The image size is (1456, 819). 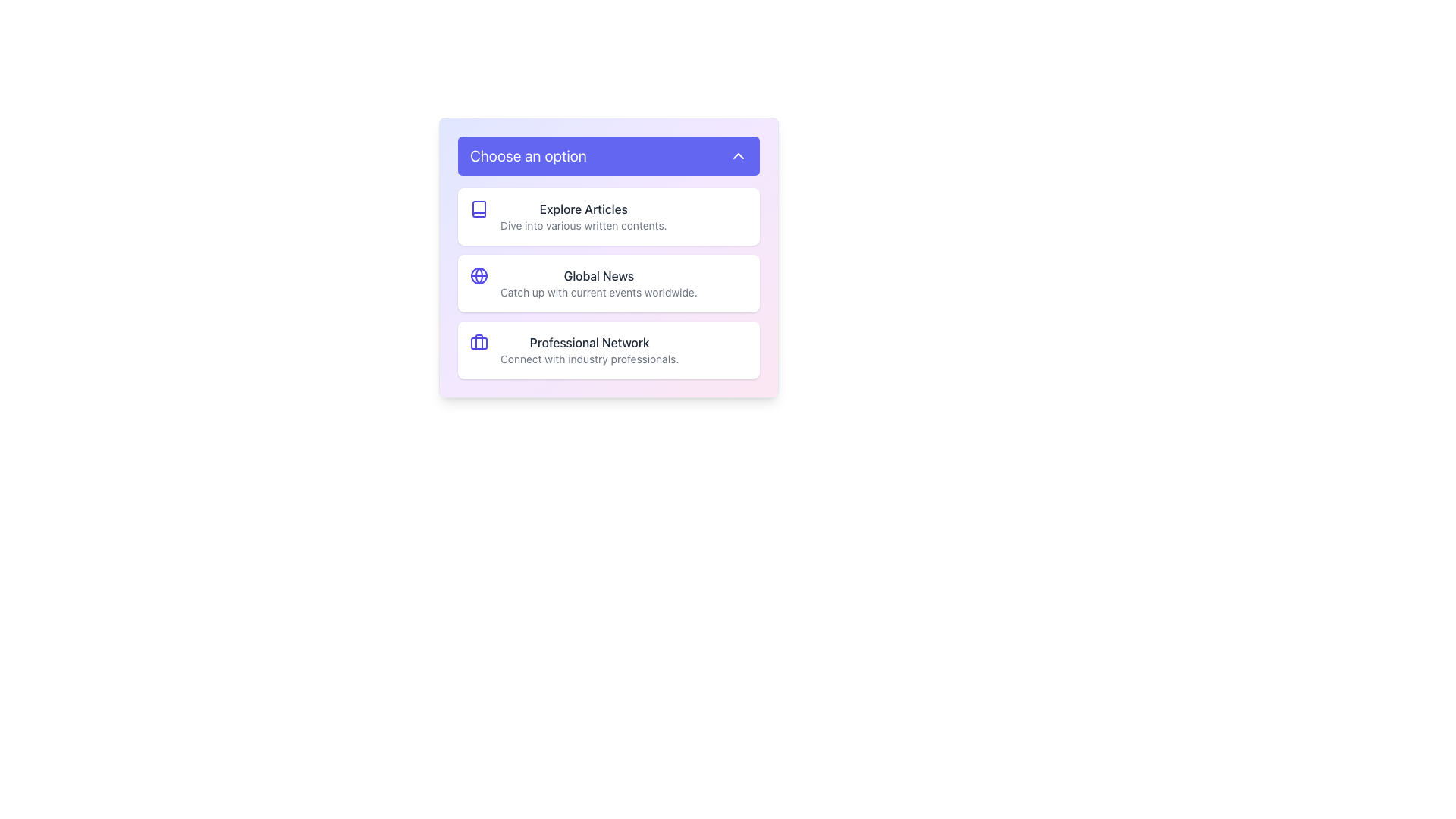 I want to click on the 'Choose an option' text label, which is styled with white text on a bold indigo background and serves as the dropdown interface header, so click(x=528, y=155).